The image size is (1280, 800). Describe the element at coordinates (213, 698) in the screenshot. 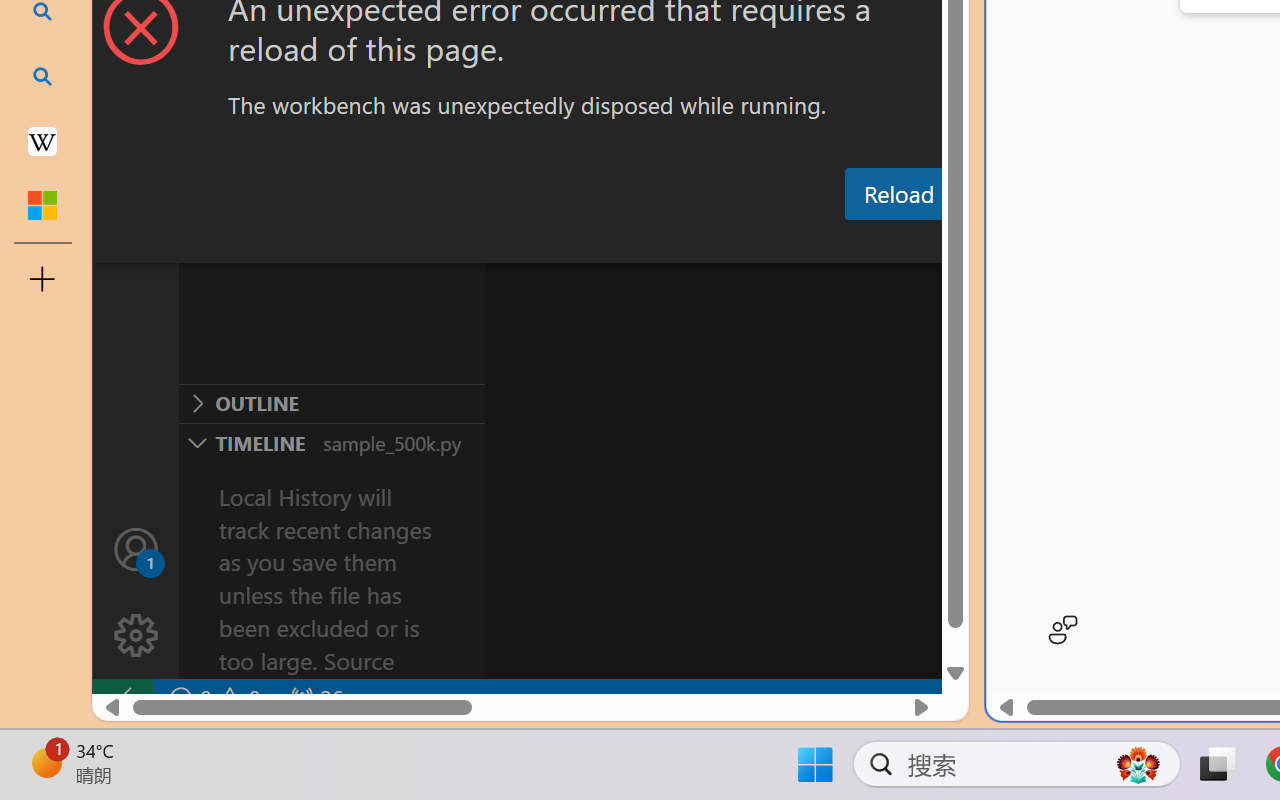

I see `'No Problems'` at that location.